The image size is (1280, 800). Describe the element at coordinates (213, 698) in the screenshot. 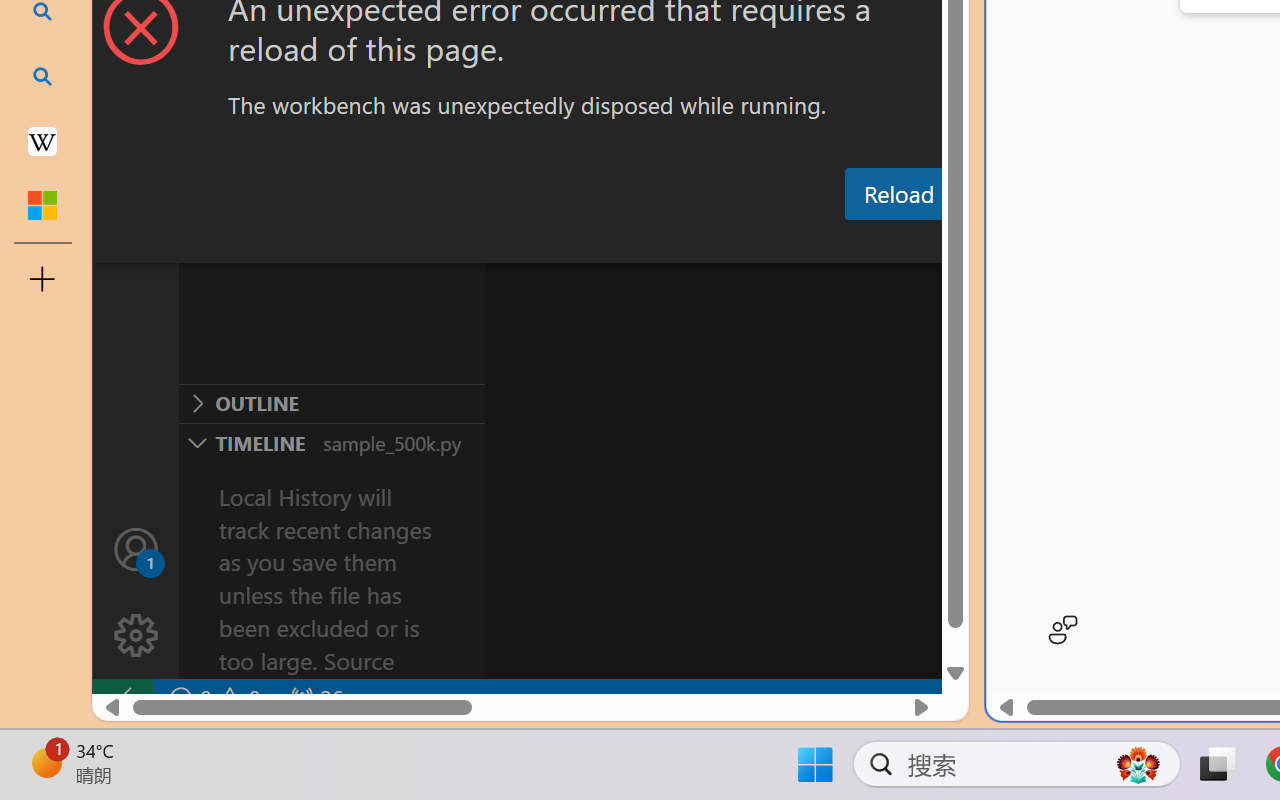

I see `'No Problems'` at that location.